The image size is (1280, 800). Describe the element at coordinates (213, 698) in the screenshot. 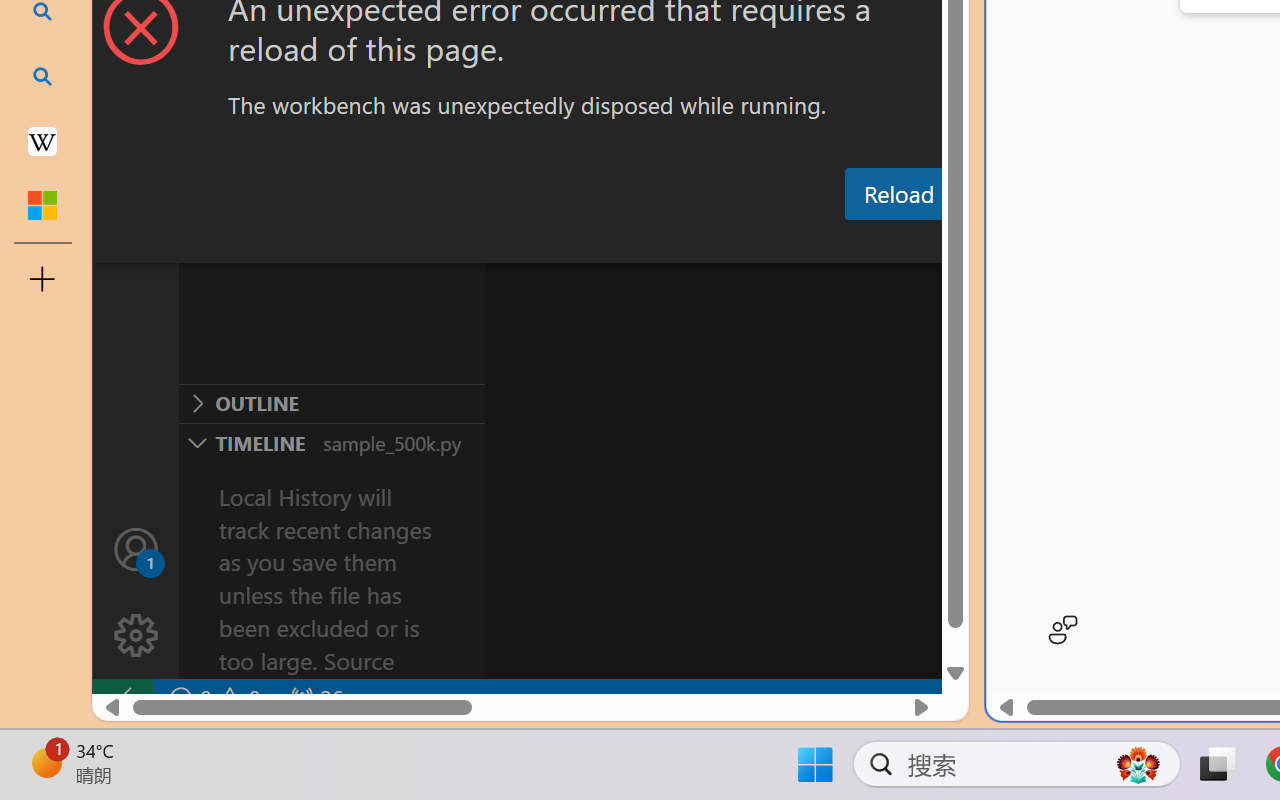

I see `'No Problems'` at that location.